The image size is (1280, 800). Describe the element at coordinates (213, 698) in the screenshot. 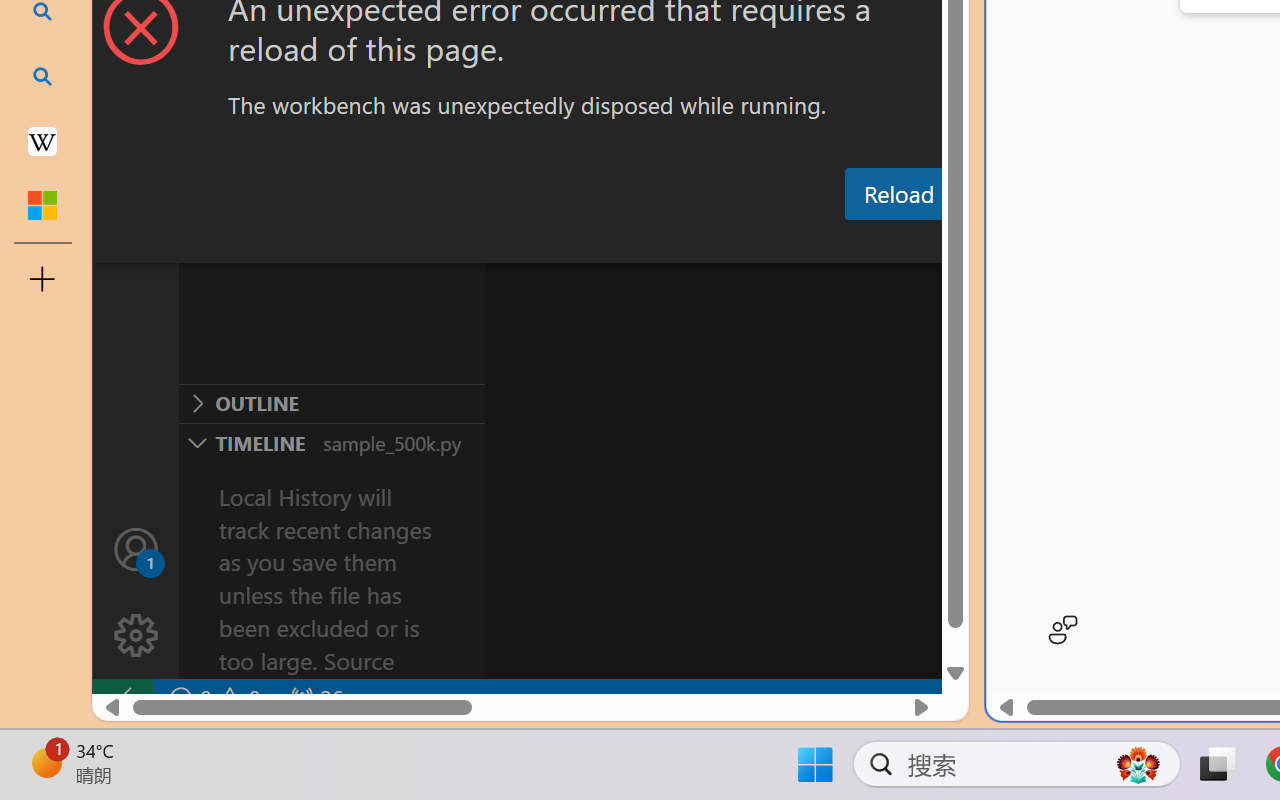

I see `'No Problems'` at that location.